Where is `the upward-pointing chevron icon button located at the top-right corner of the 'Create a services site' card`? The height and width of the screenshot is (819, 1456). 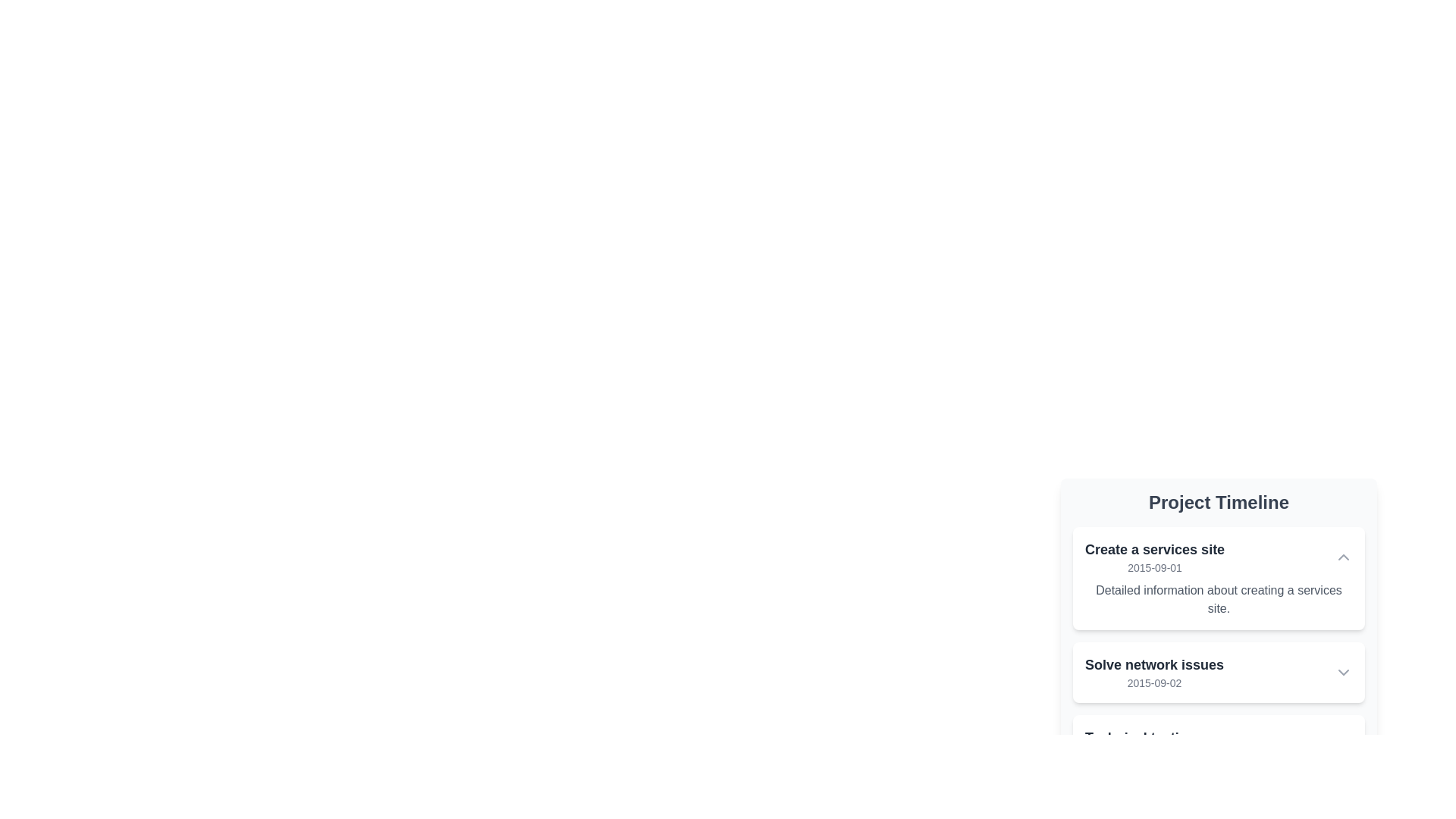 the upward-pointing chevron icon button located at the top-right corner of the 'Create a services site' card is located at coordinates (1343, 557).